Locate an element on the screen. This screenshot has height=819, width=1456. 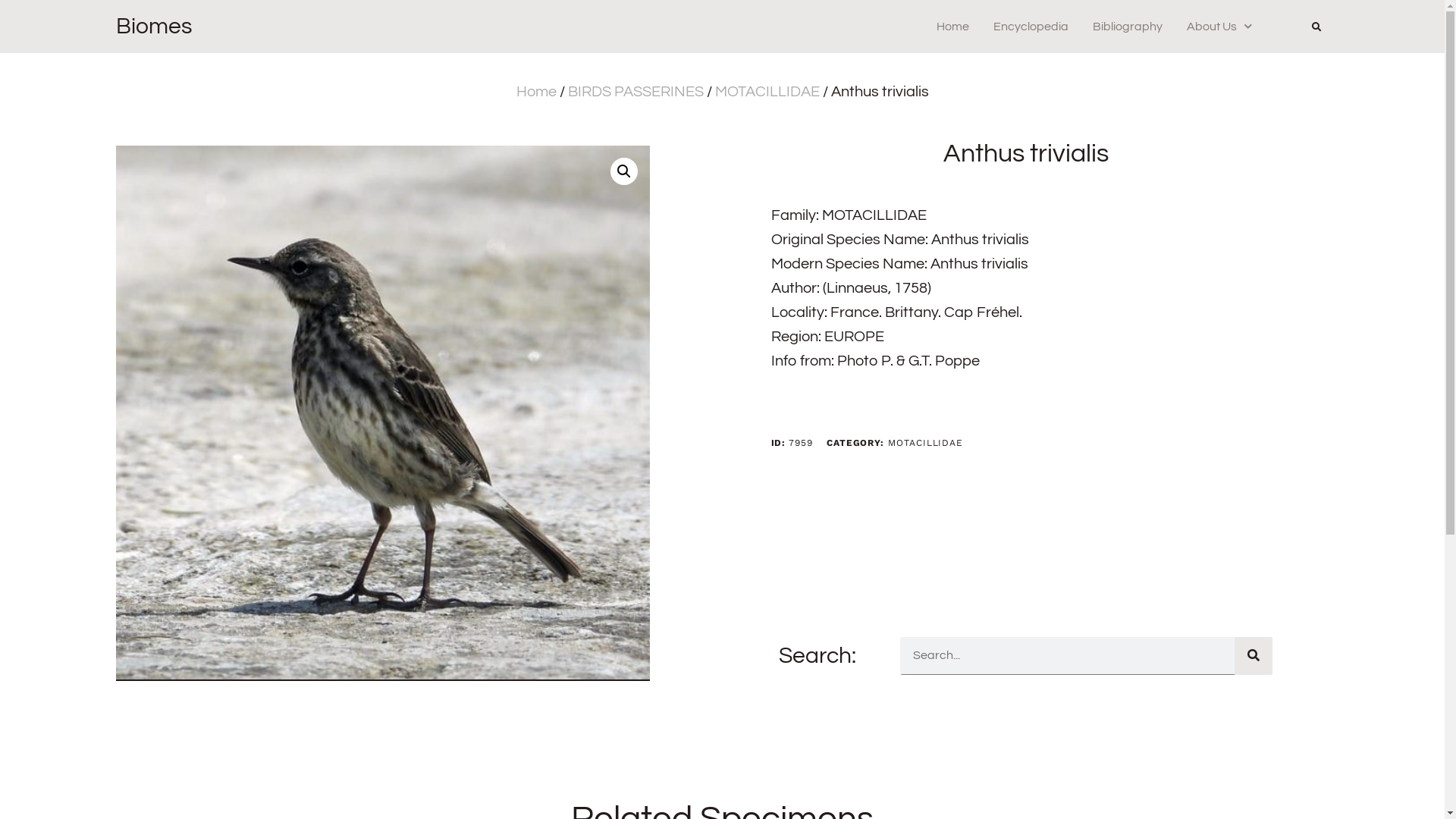
'About Us' is located at coordinates (1219, 26).